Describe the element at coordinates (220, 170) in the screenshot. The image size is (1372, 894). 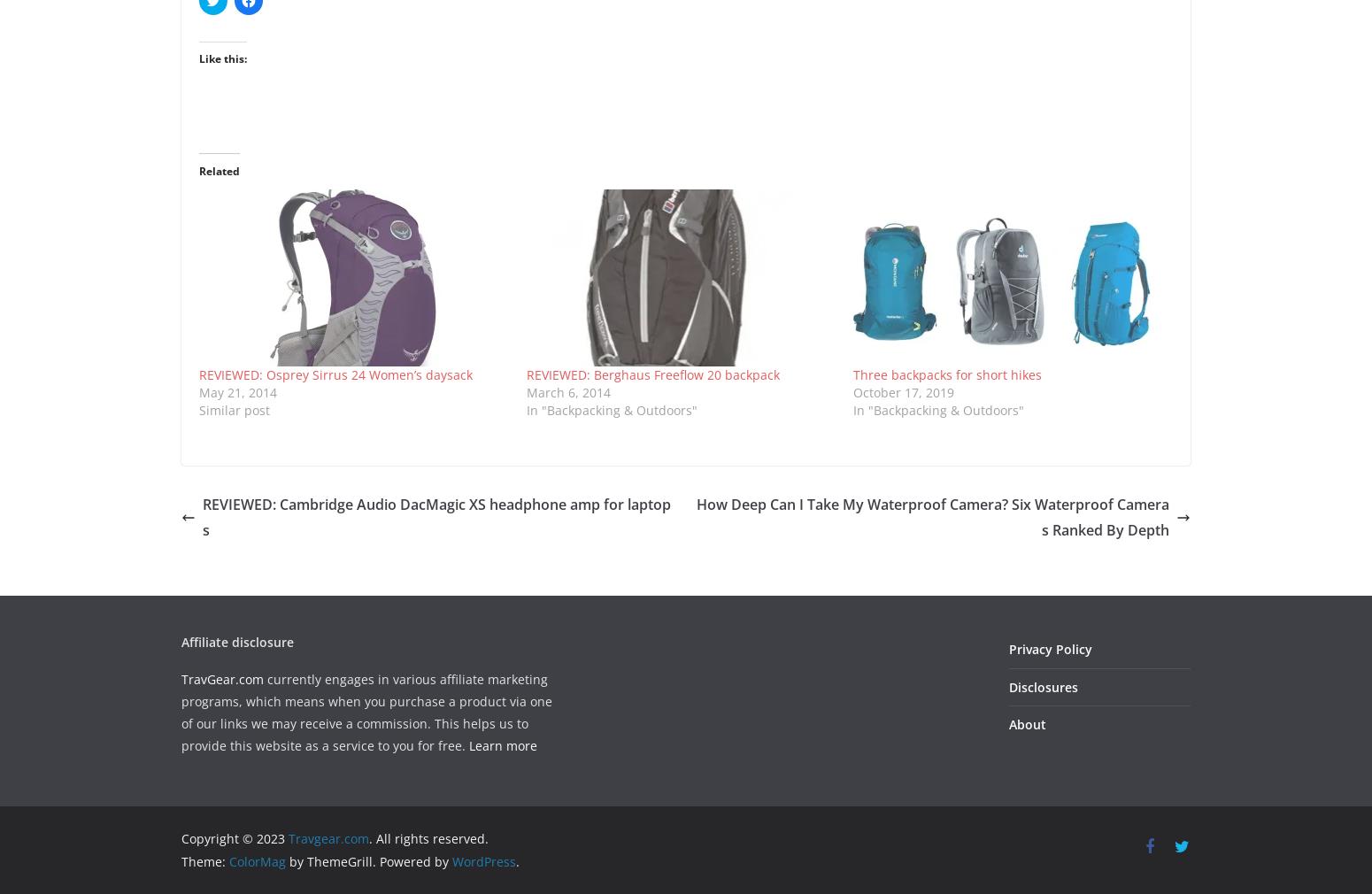
I see `'Related'` at that location.